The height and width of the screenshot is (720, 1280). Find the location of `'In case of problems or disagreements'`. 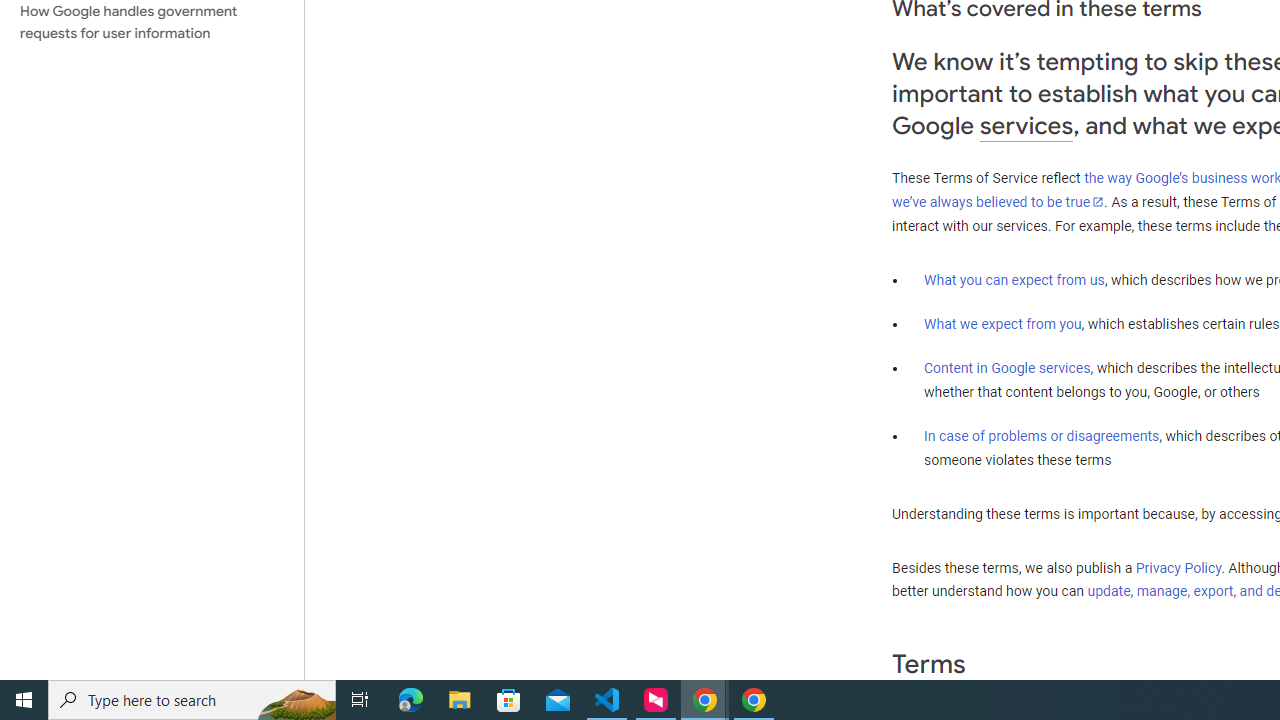

'In case of problems or disagreements' is located at coordinates (1040, 434).